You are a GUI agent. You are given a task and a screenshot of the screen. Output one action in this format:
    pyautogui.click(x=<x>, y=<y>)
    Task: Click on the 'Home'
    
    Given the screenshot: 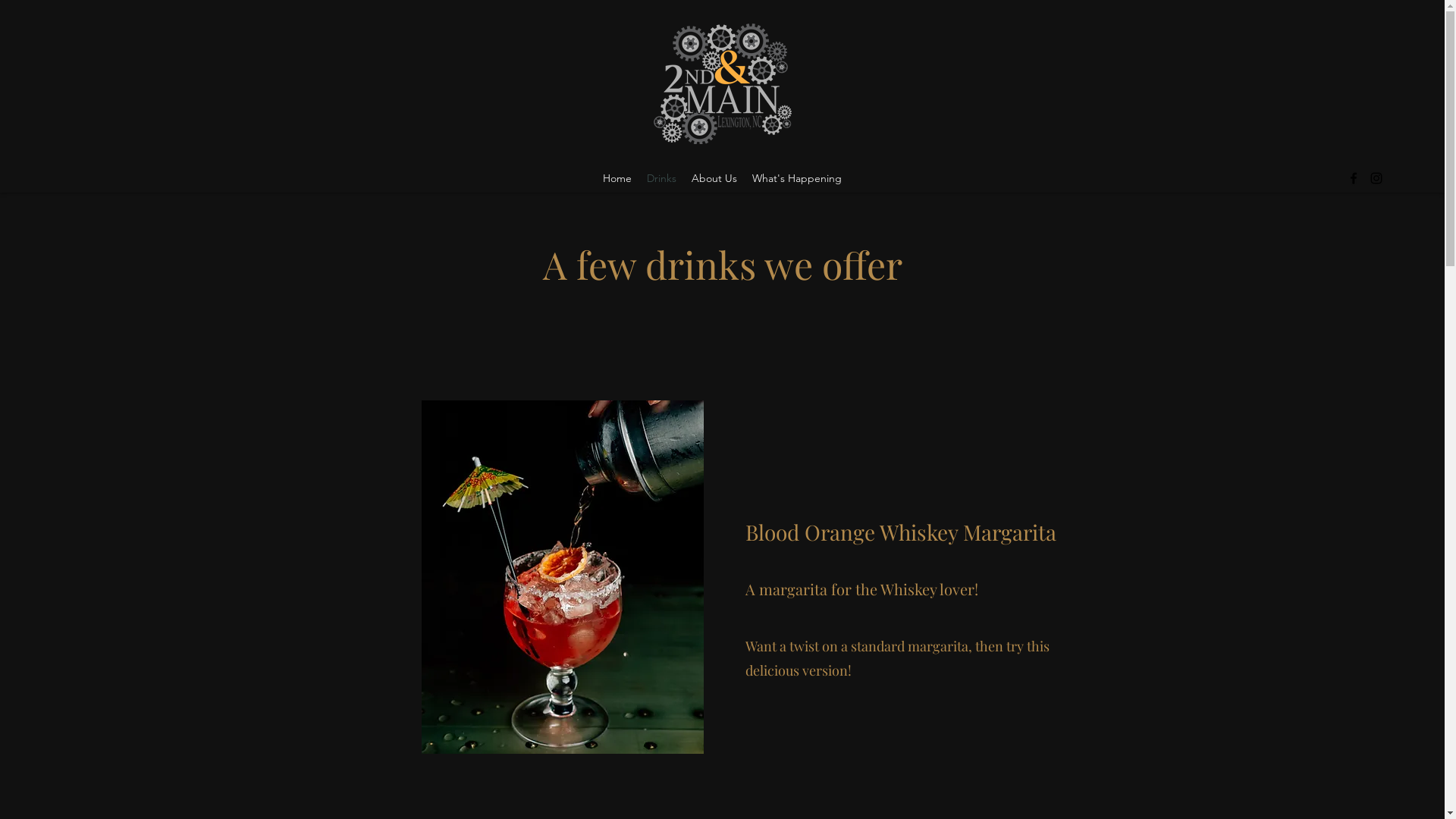 What is the action you would take?
    pyautogui.click(x=595, y=177)
    